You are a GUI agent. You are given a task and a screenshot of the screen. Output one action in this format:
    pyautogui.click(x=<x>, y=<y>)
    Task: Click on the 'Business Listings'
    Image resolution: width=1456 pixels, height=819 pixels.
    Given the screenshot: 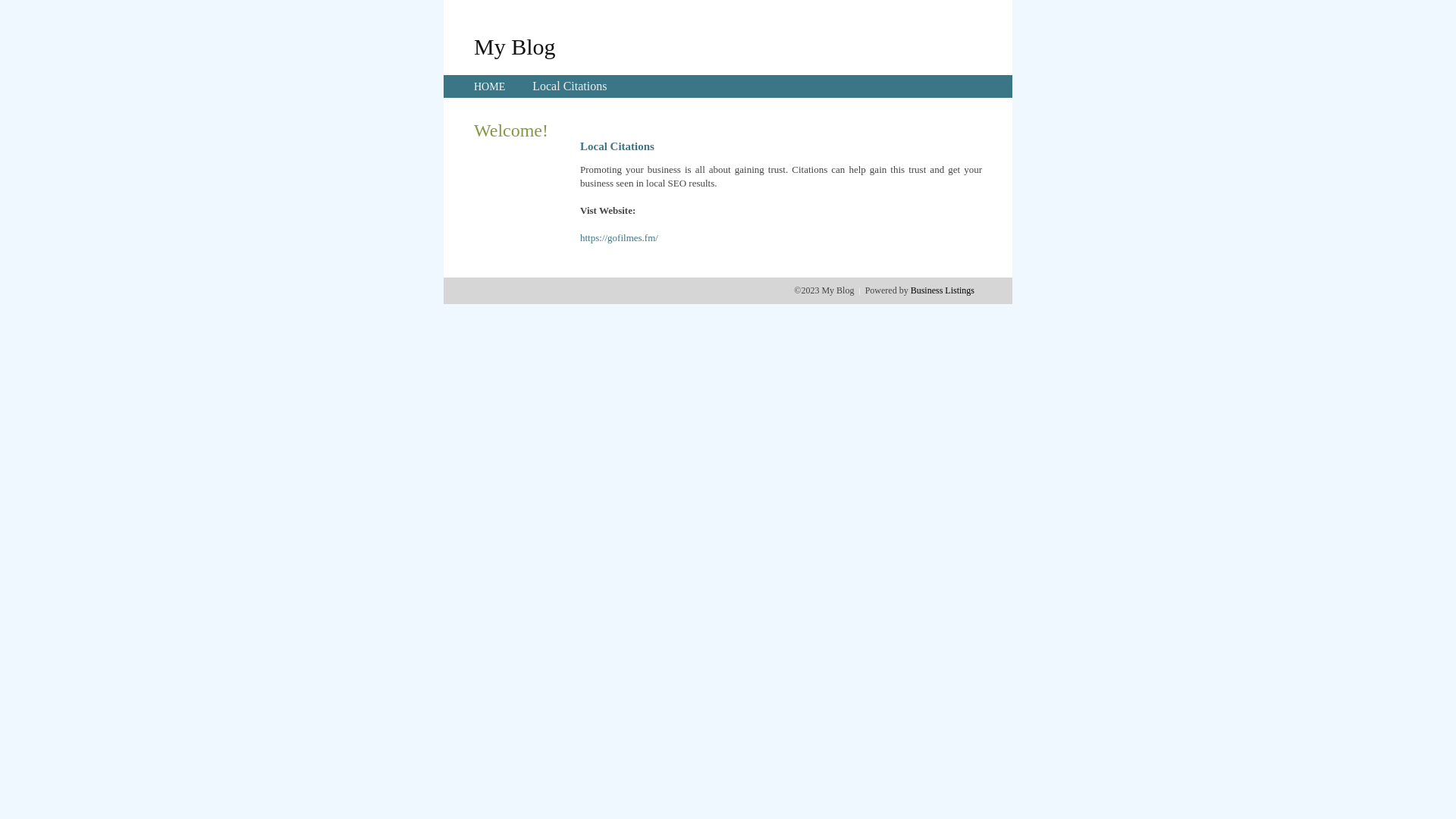 What is the action you would take?
    pyautogui.click(x=910, y=290)
    